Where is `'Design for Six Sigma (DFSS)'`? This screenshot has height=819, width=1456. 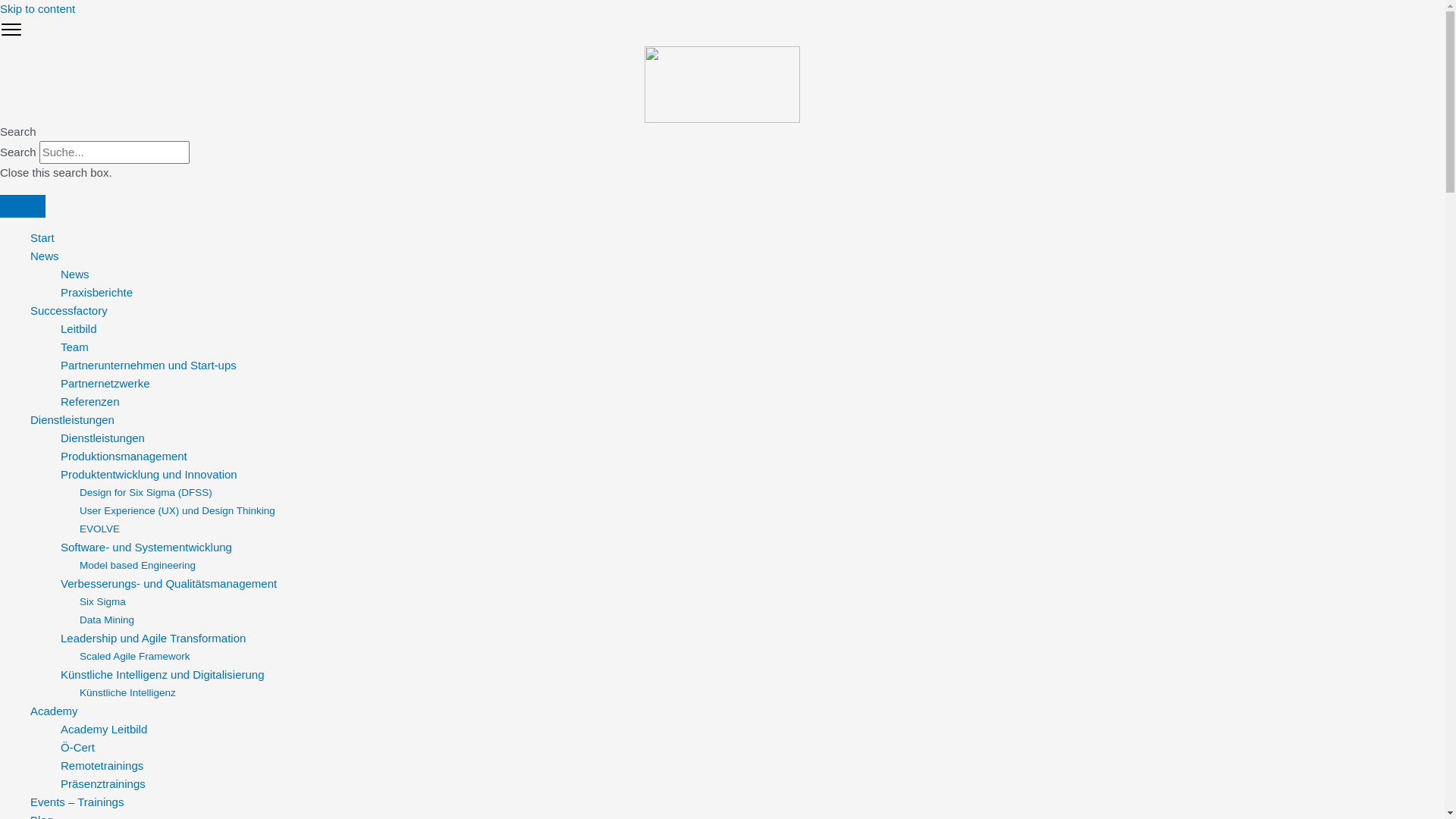 'Design for Six Sigma (DFSS)' is located at coordinates (146, 492).